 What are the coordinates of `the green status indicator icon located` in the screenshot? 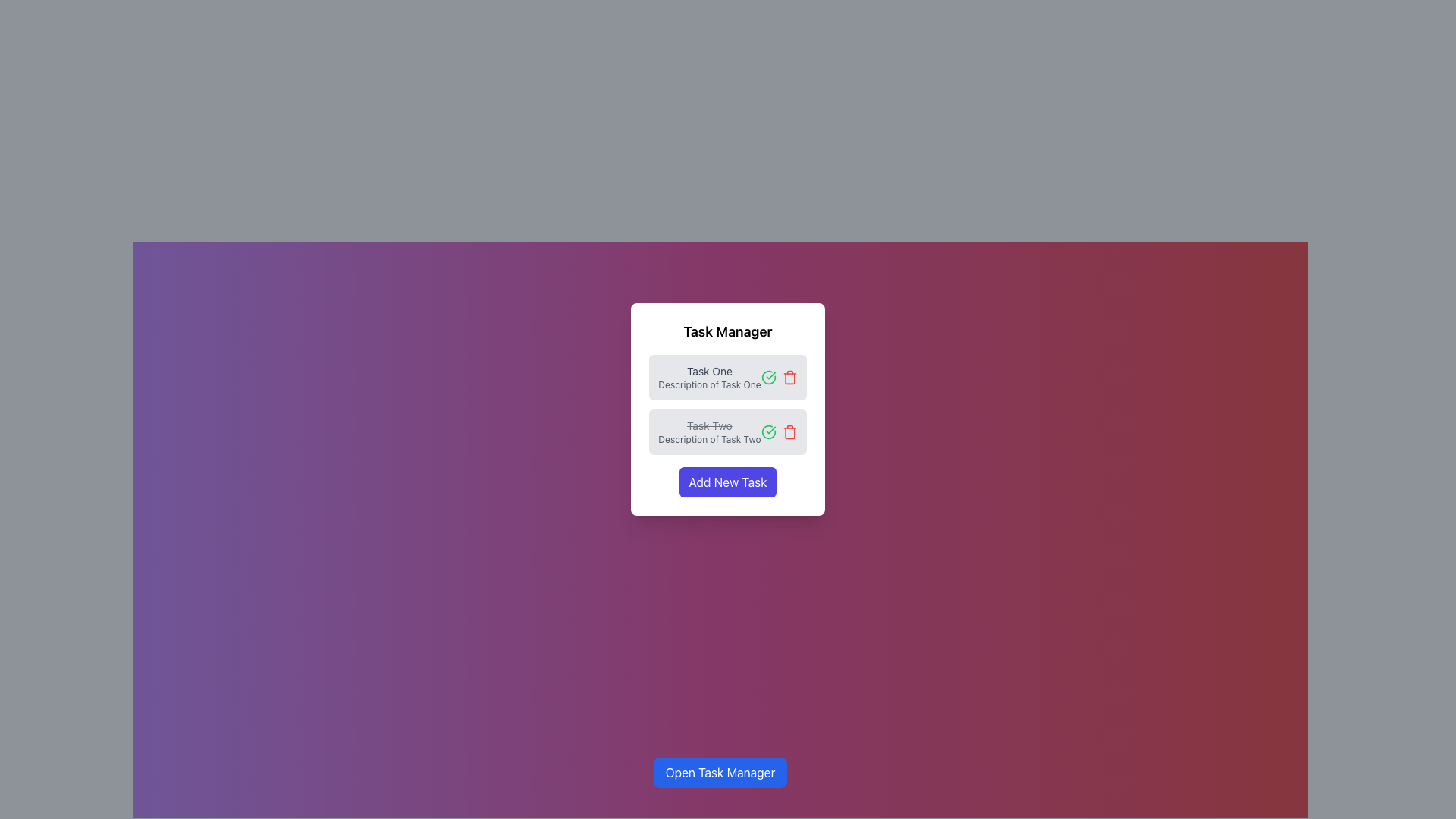 It's located at (768, 376).